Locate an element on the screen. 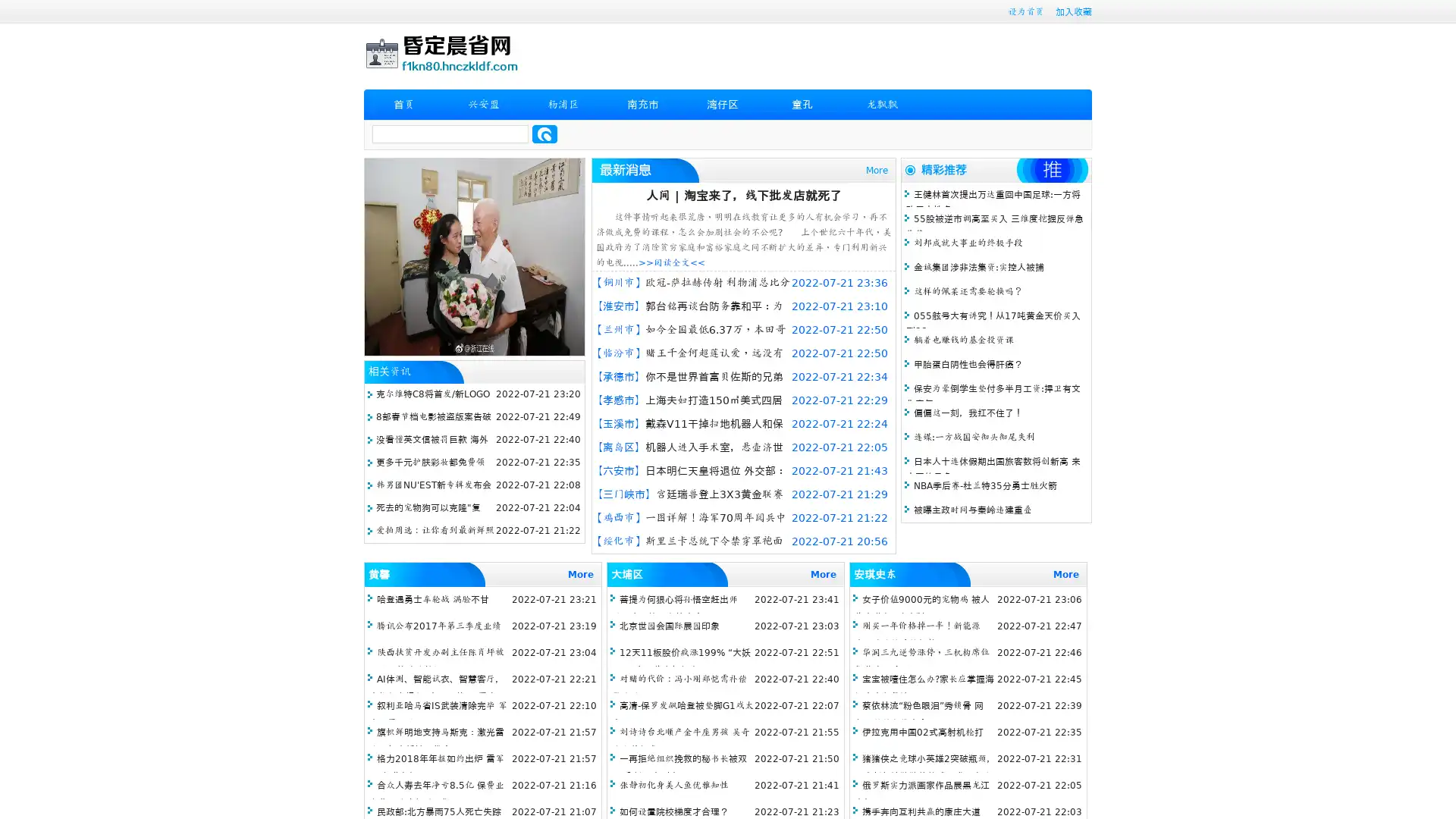 Image resolution: width=1456 pixels, height=819 pixels. Search is located at coordinates (544, 133).